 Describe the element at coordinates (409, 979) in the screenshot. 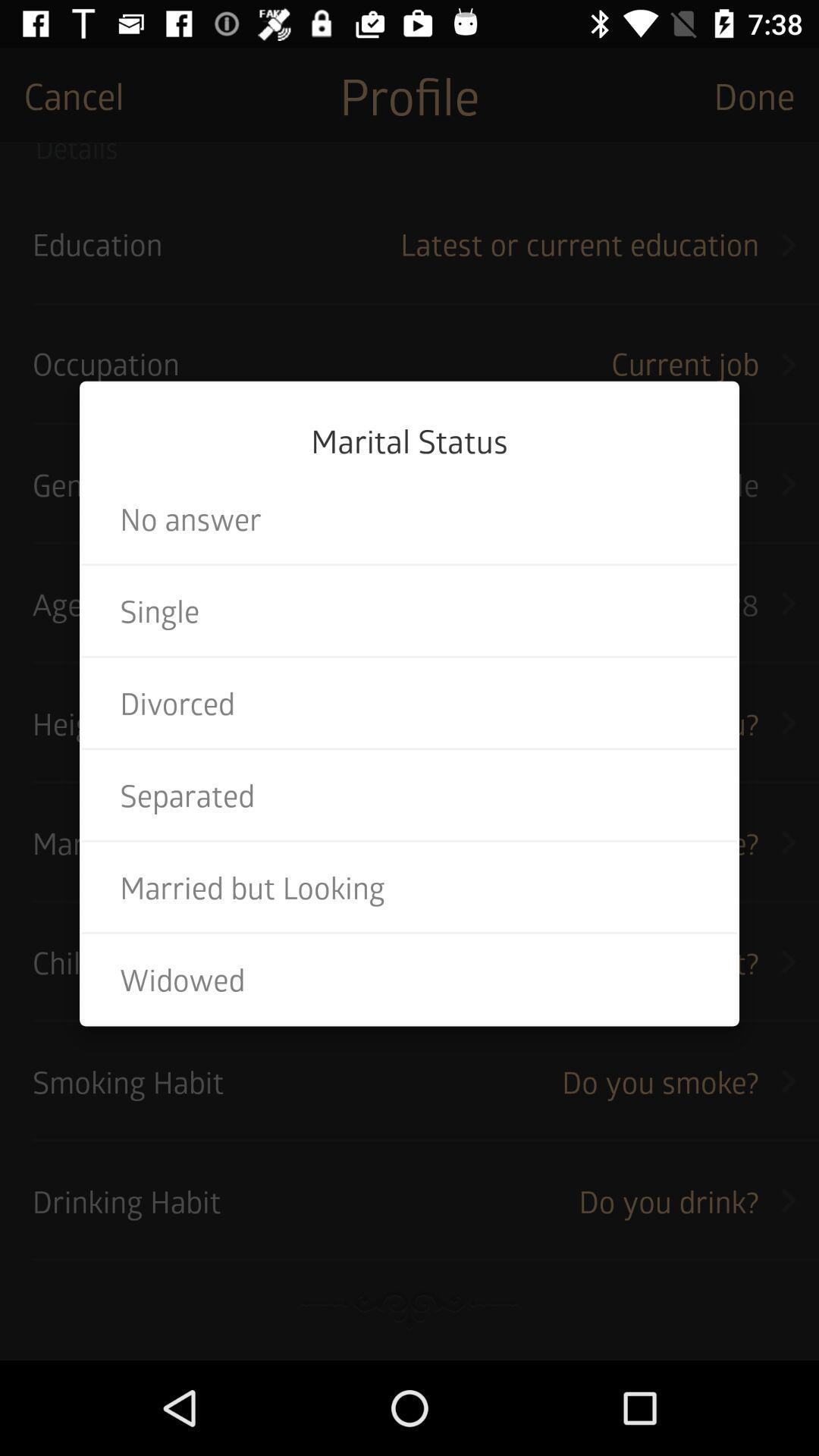

I see `widowed` at that location.